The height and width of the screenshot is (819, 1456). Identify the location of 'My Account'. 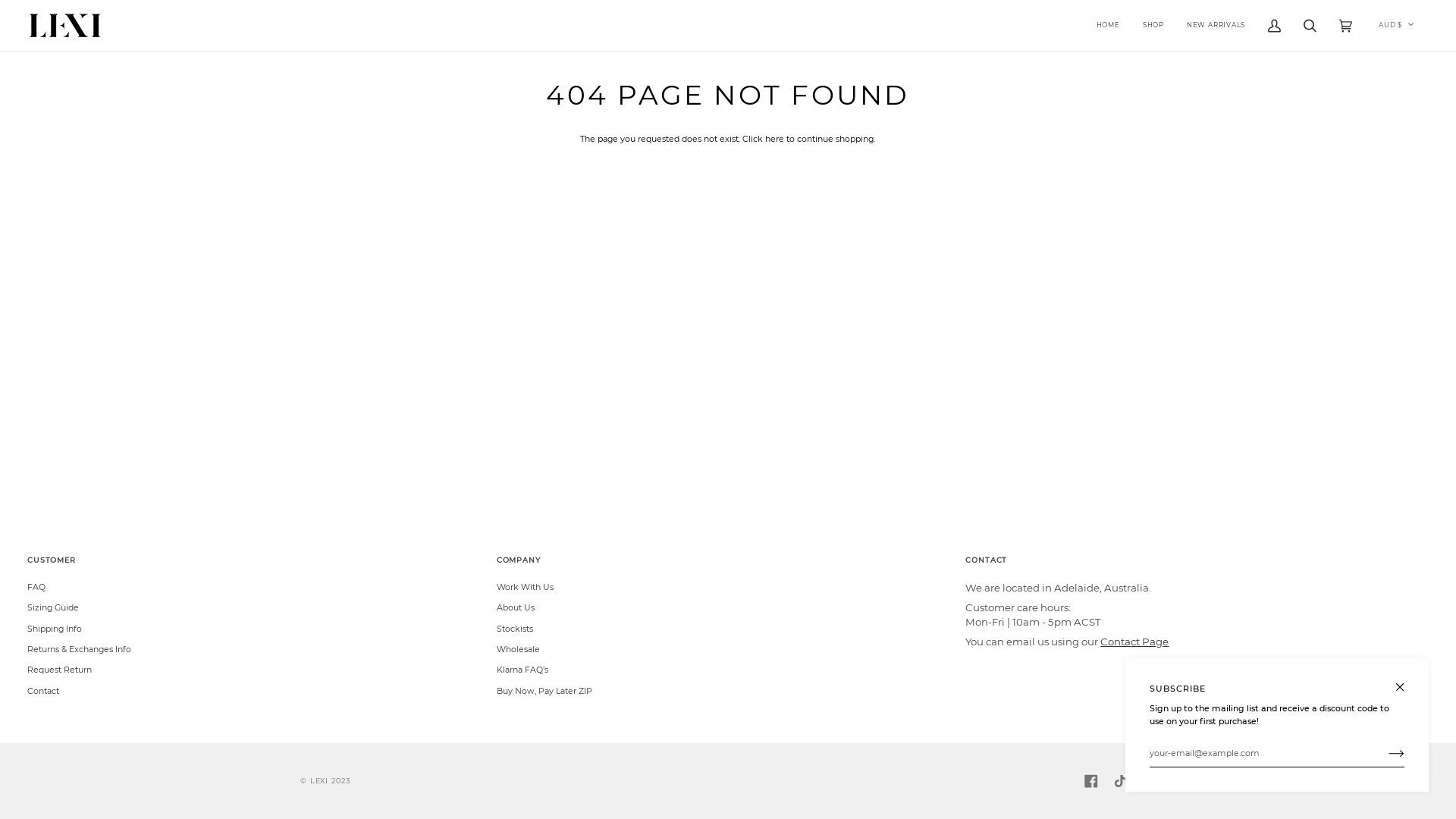
(1274, 25).